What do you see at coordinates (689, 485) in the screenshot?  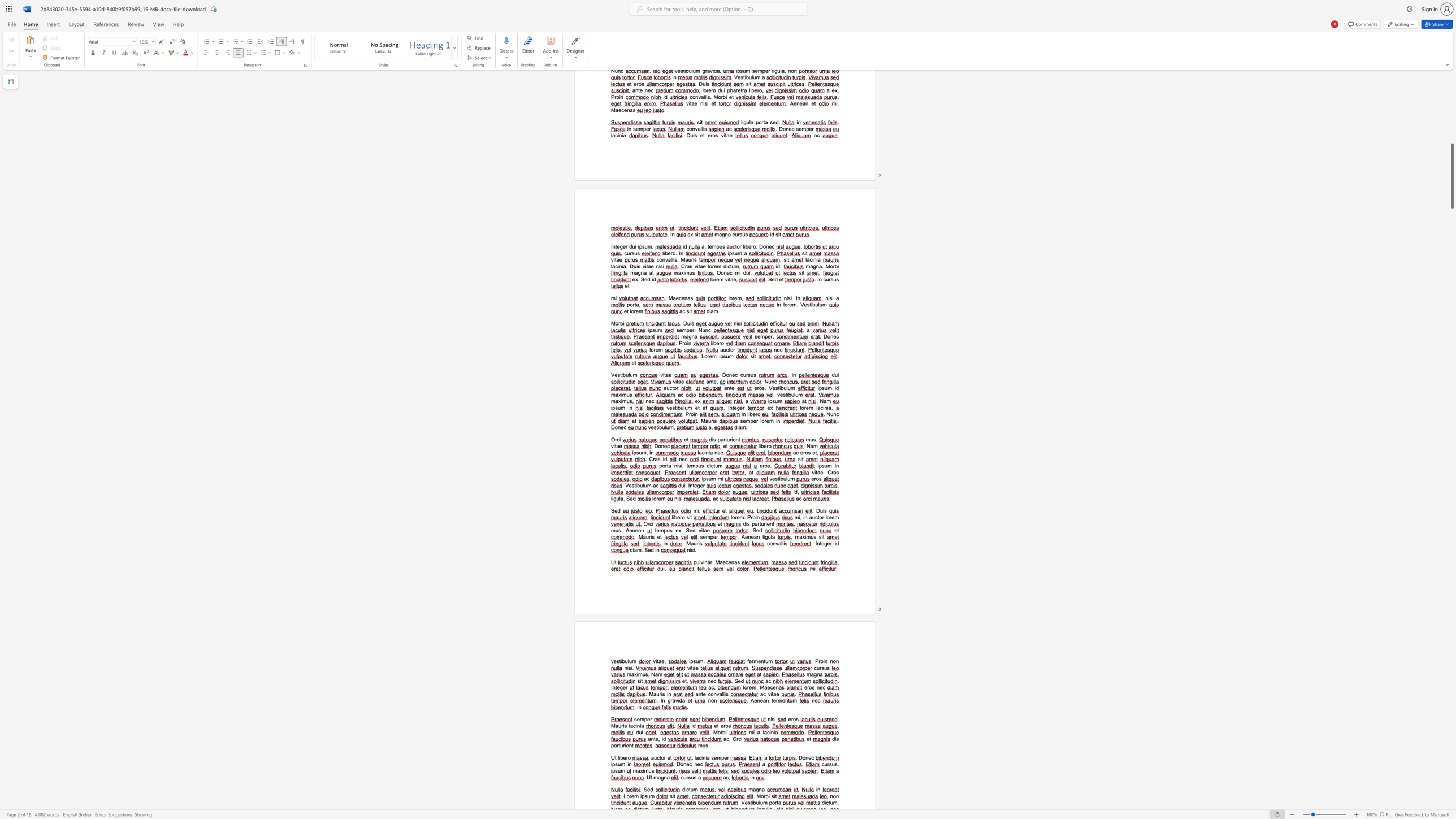 I see `the 1th character "I" in the text` at bounding box center [689, 485].